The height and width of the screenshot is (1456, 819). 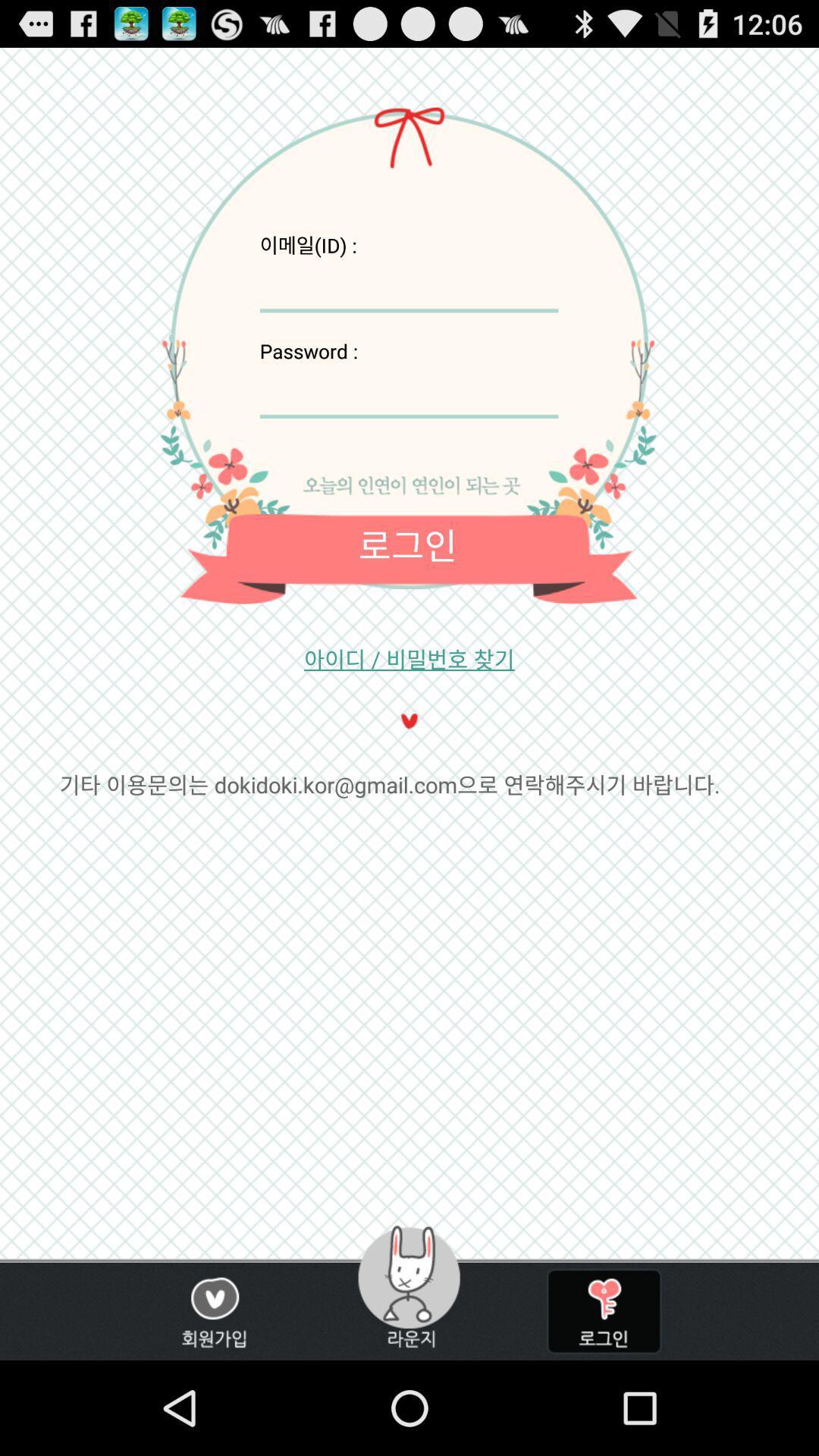 What do you see at coordinates (408, 285) in the screenshot?
I see `username` at bounding box center [408, 285].